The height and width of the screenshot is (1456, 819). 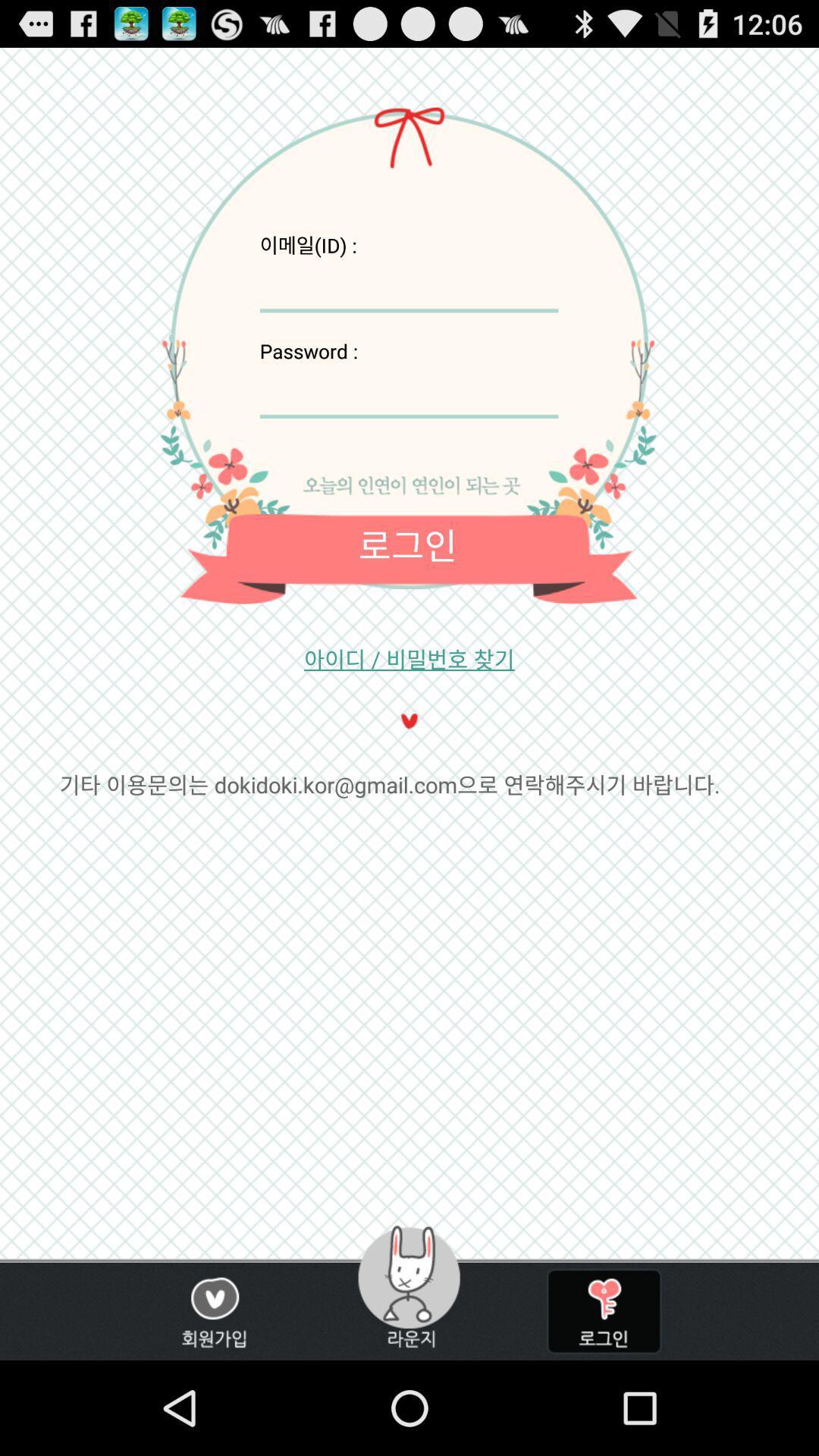 What do you see at coordinates (408, 285) in the screenshot?
I see `username` at bounding box center [408, 285].